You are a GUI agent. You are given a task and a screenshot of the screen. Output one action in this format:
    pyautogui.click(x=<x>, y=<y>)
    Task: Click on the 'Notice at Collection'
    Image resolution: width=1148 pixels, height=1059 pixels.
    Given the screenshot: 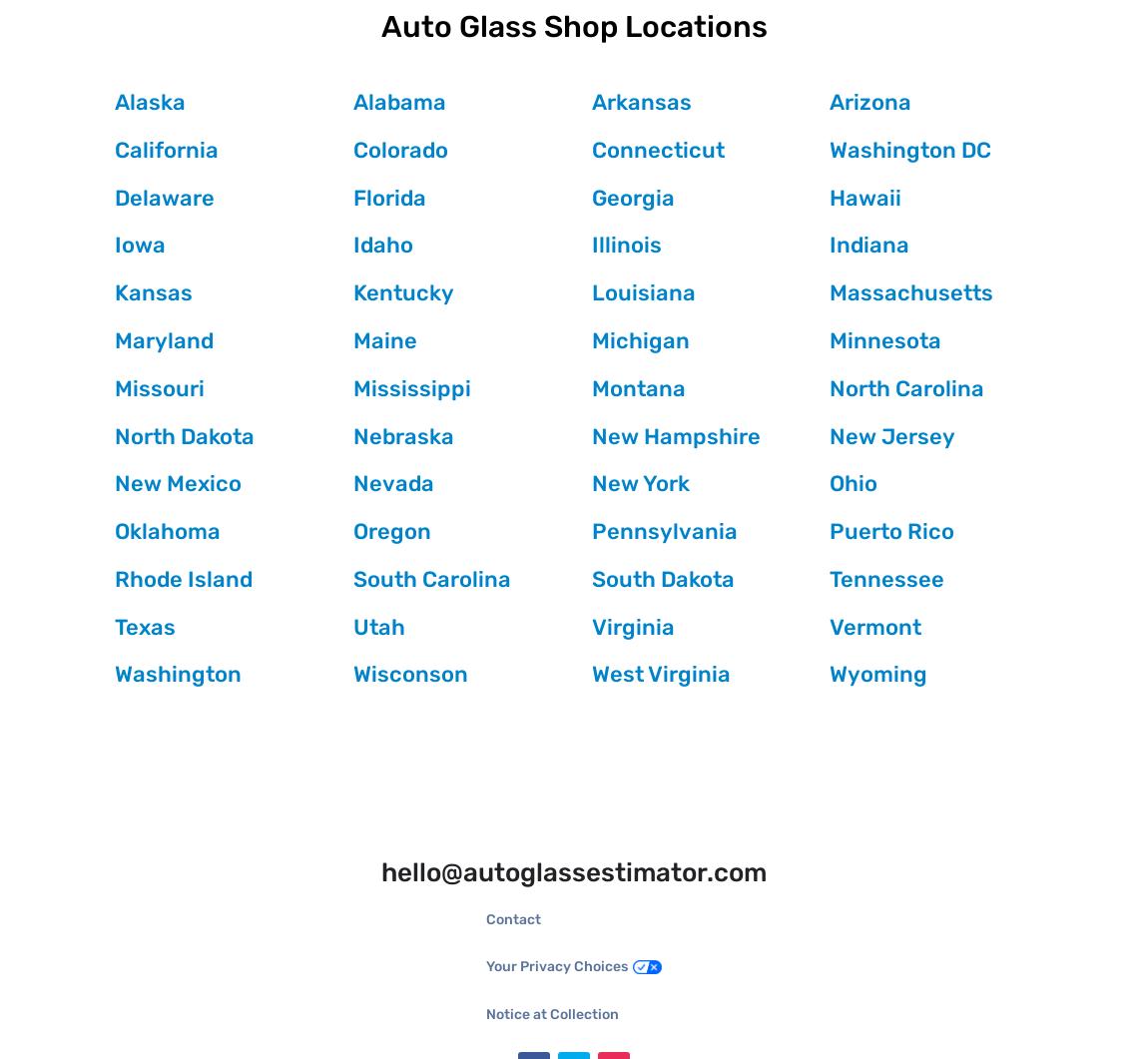 What is the action you would take?
    pyautogui.click(x=552, y=1012)
    